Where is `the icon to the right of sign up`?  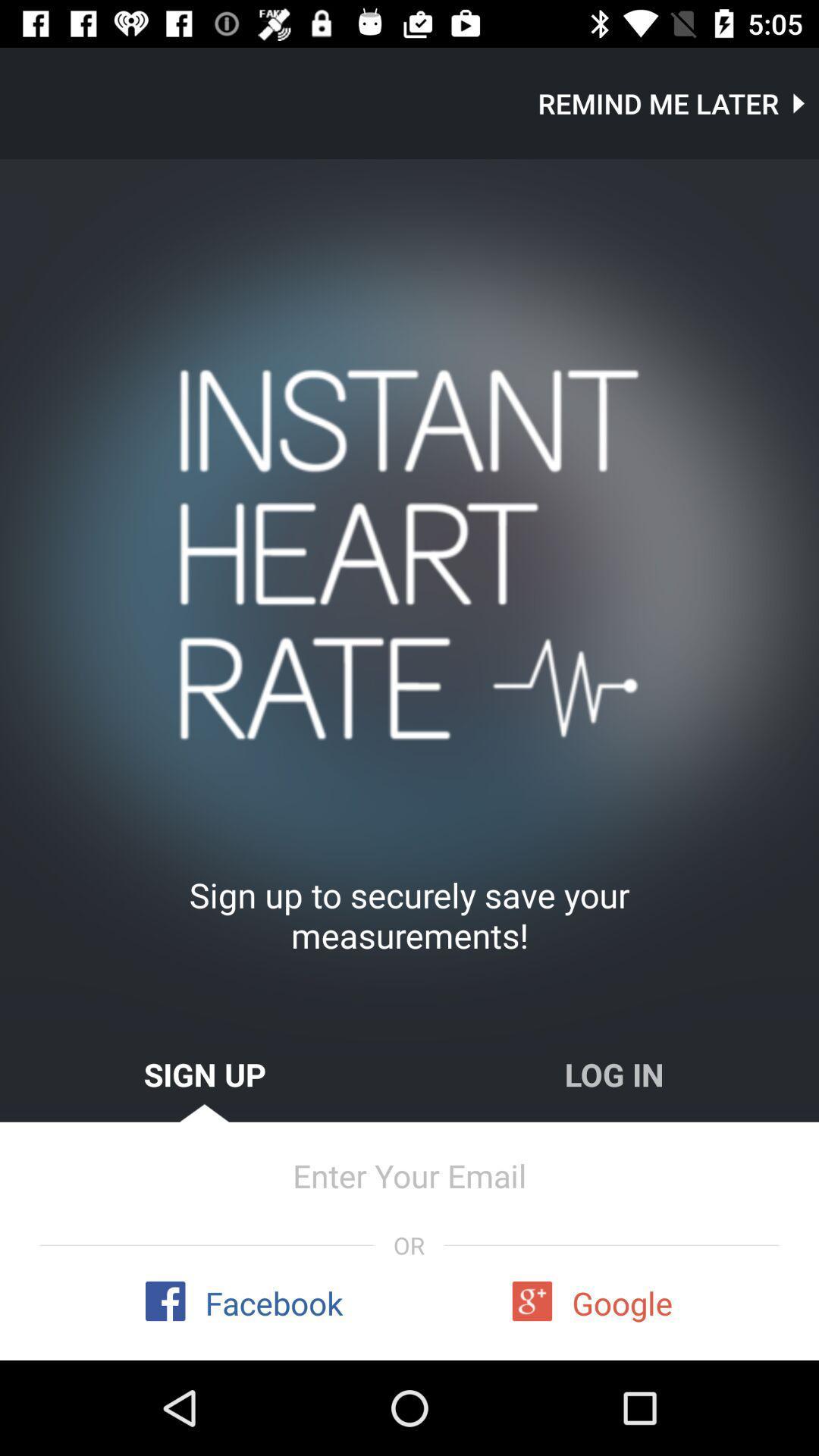
the icon to the right of sign up is located at coordinates (614, 1073).